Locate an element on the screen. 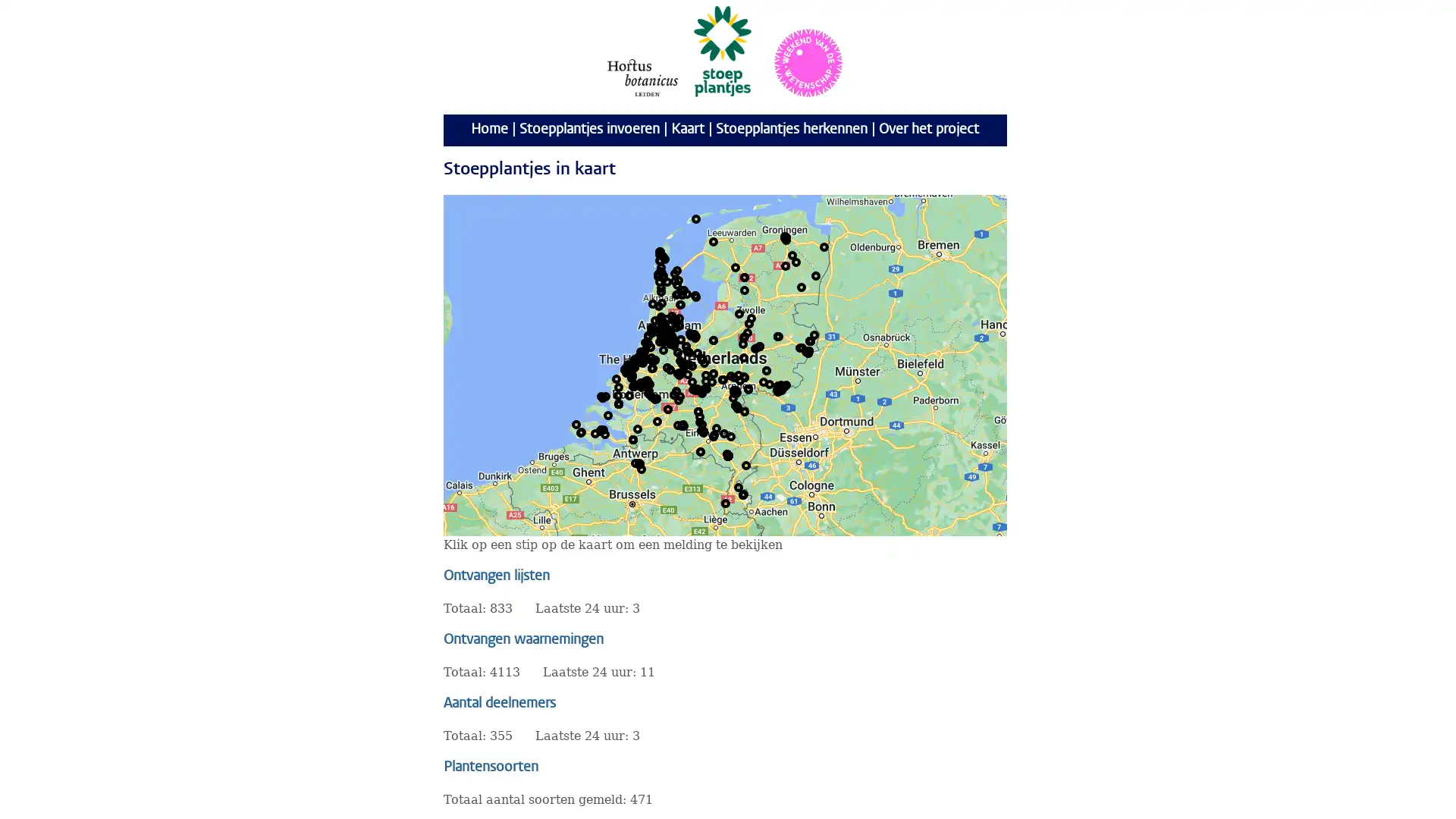 The height and width of the screenshot is (819, 1456). Telling van Ton Frenken op 02 mei 2022 is located at coordinates (728, 454).